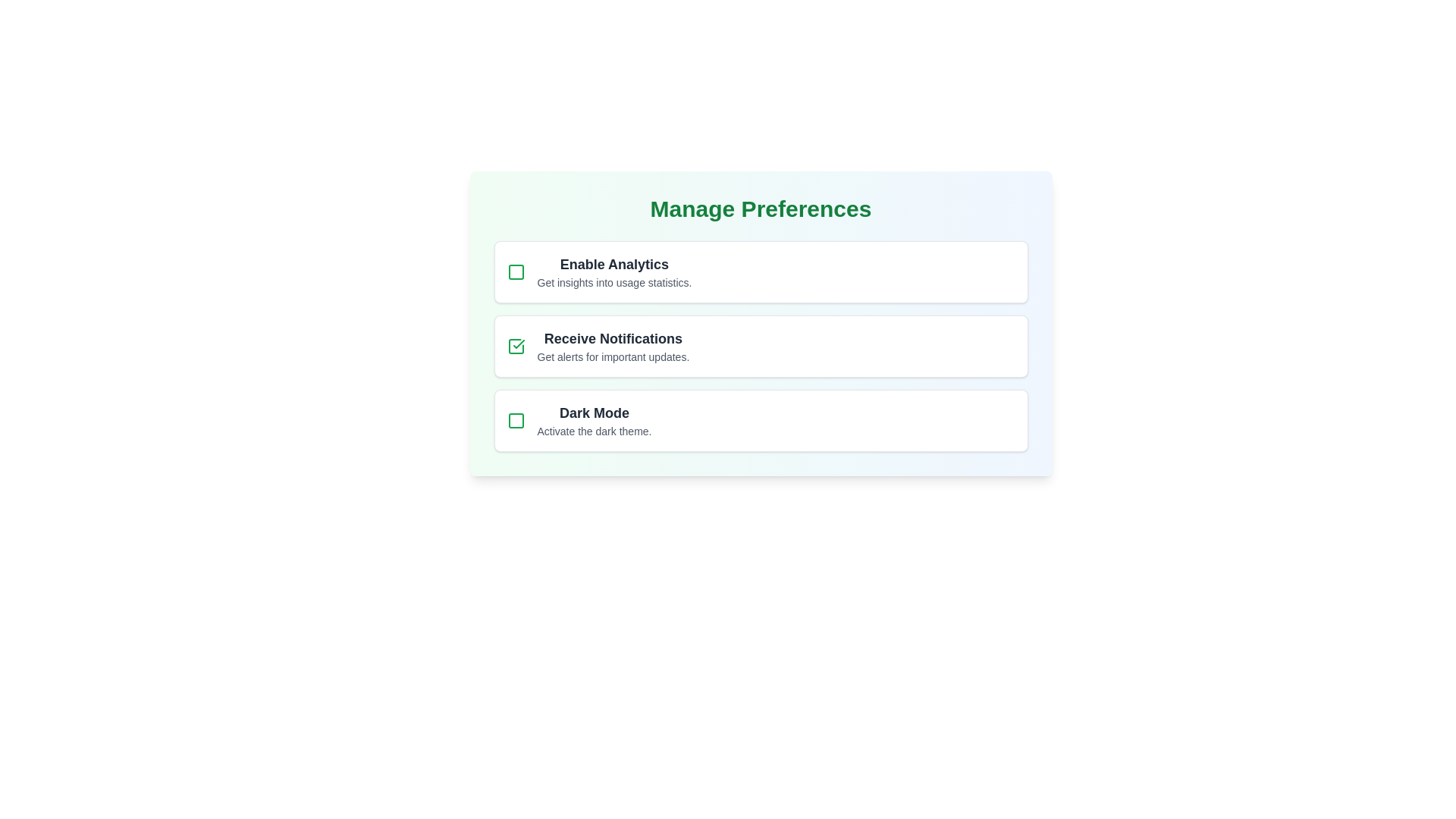  Describe the element at coordinates (614, 283) in the screenshot. I see `the Text Label that reads 'Get insights into usage statistics.' located below the 'Enable Analytics' heading` at that location.